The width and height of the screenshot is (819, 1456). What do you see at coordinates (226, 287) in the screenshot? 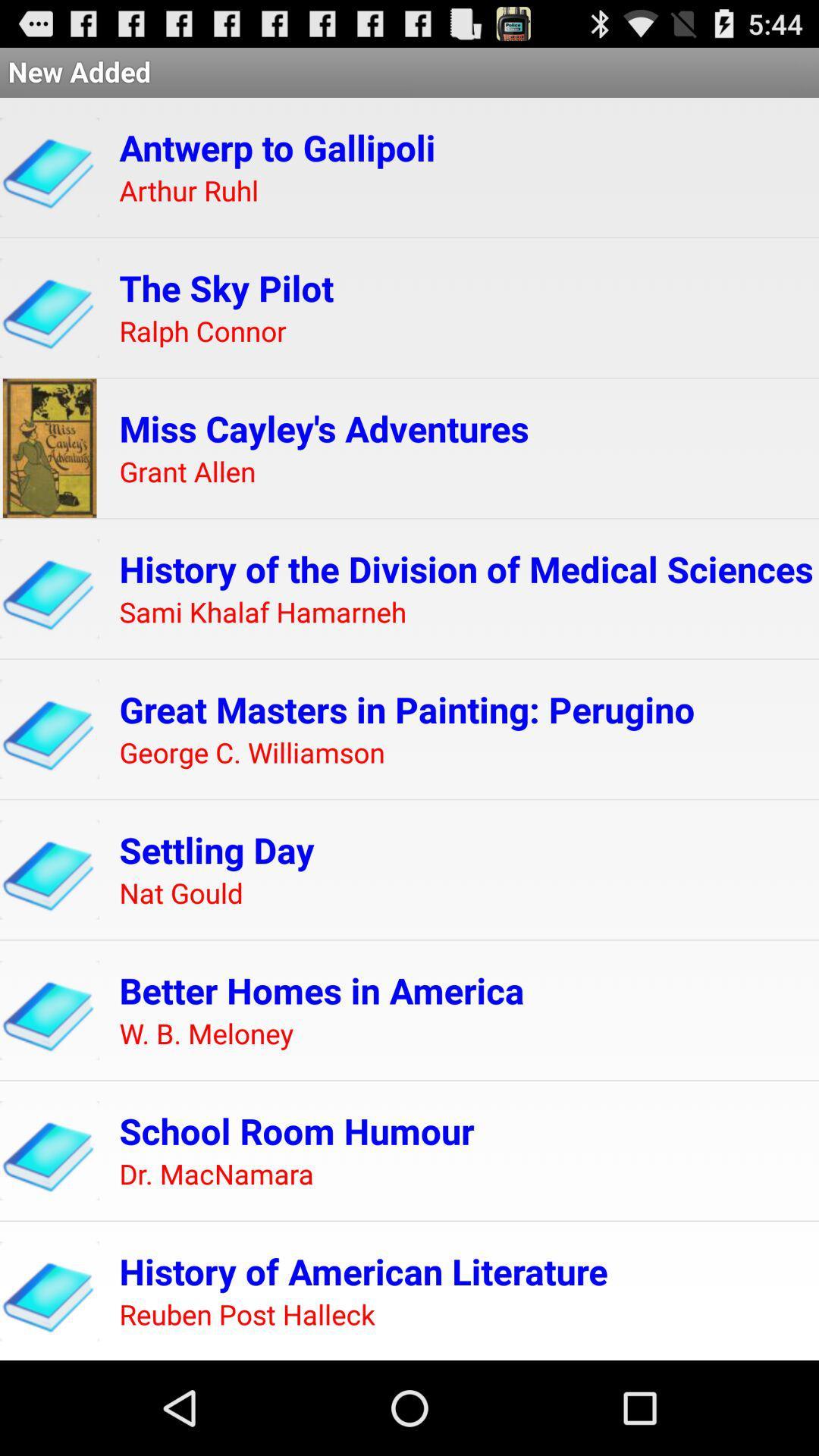
I see `the the sky pilot item` at bounding box center [226, 287].